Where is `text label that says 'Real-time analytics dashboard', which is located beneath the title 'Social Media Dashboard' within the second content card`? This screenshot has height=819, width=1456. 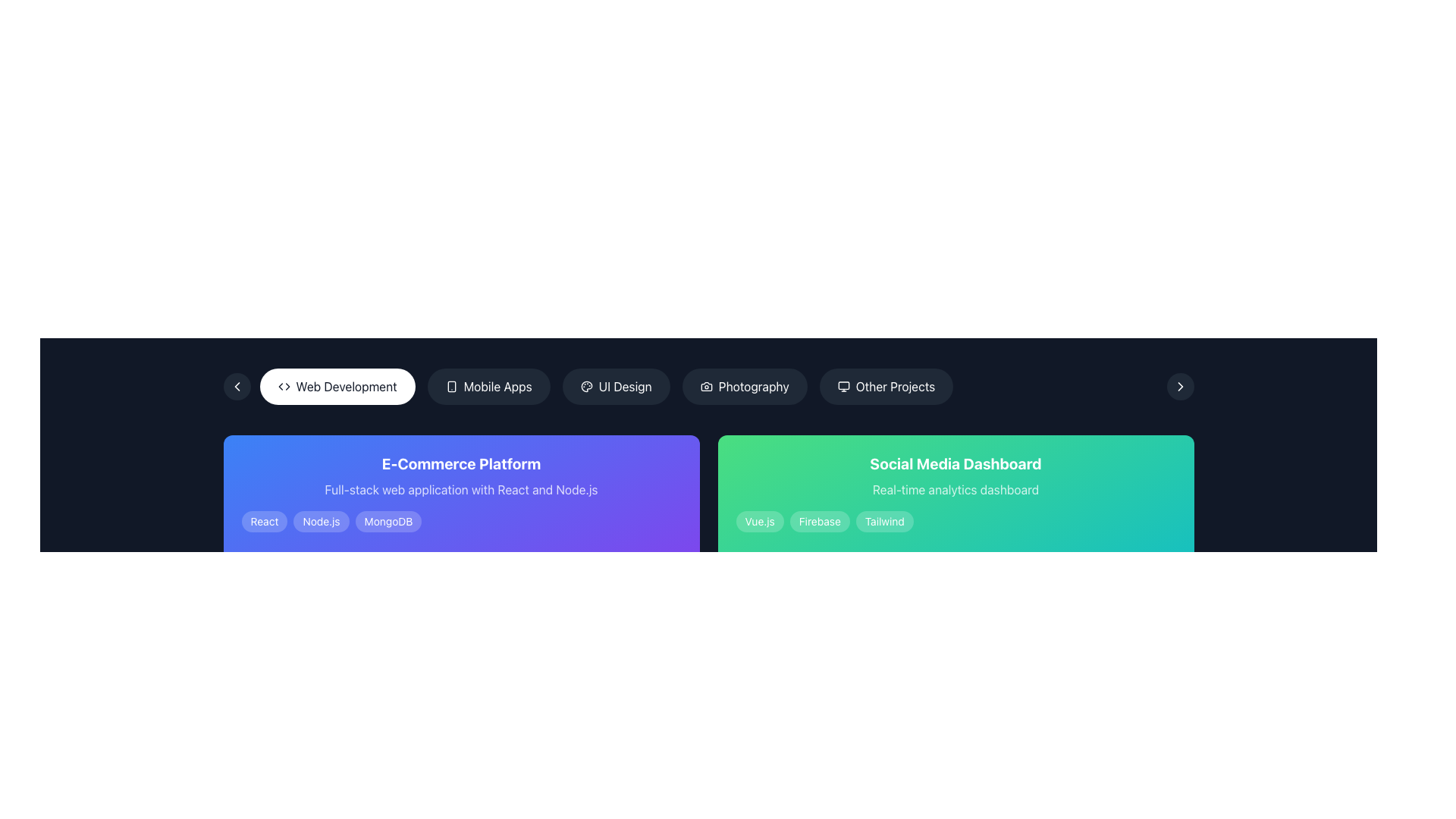
text label that says 'Real-time analytics dashboard', which is located beneath the title 'Social Media Dashboard' within the second content card is located at coordinates (955, 489).